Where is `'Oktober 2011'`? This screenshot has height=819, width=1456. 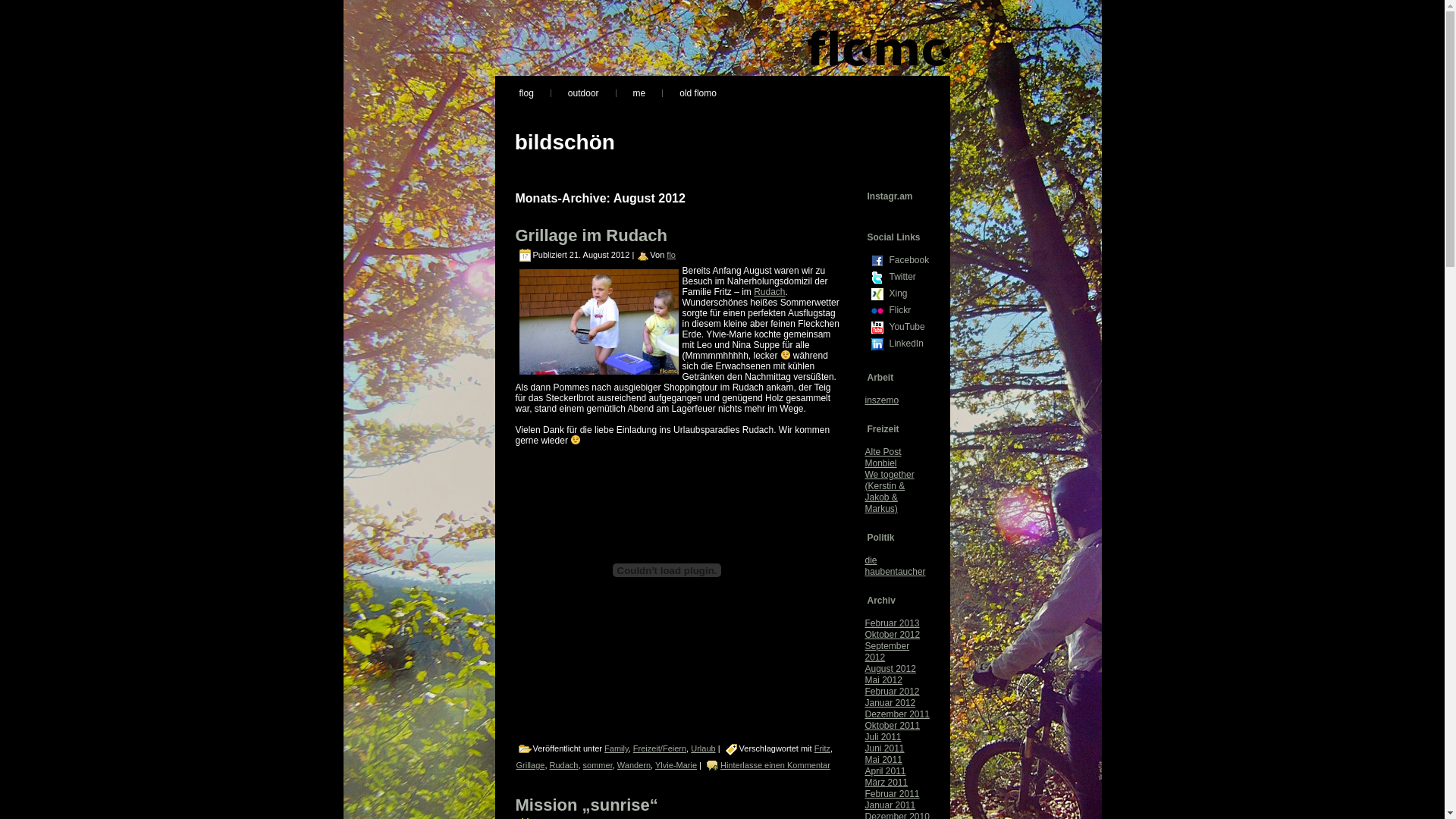
'Oktober 2011' is located at coordinates (892, 724).